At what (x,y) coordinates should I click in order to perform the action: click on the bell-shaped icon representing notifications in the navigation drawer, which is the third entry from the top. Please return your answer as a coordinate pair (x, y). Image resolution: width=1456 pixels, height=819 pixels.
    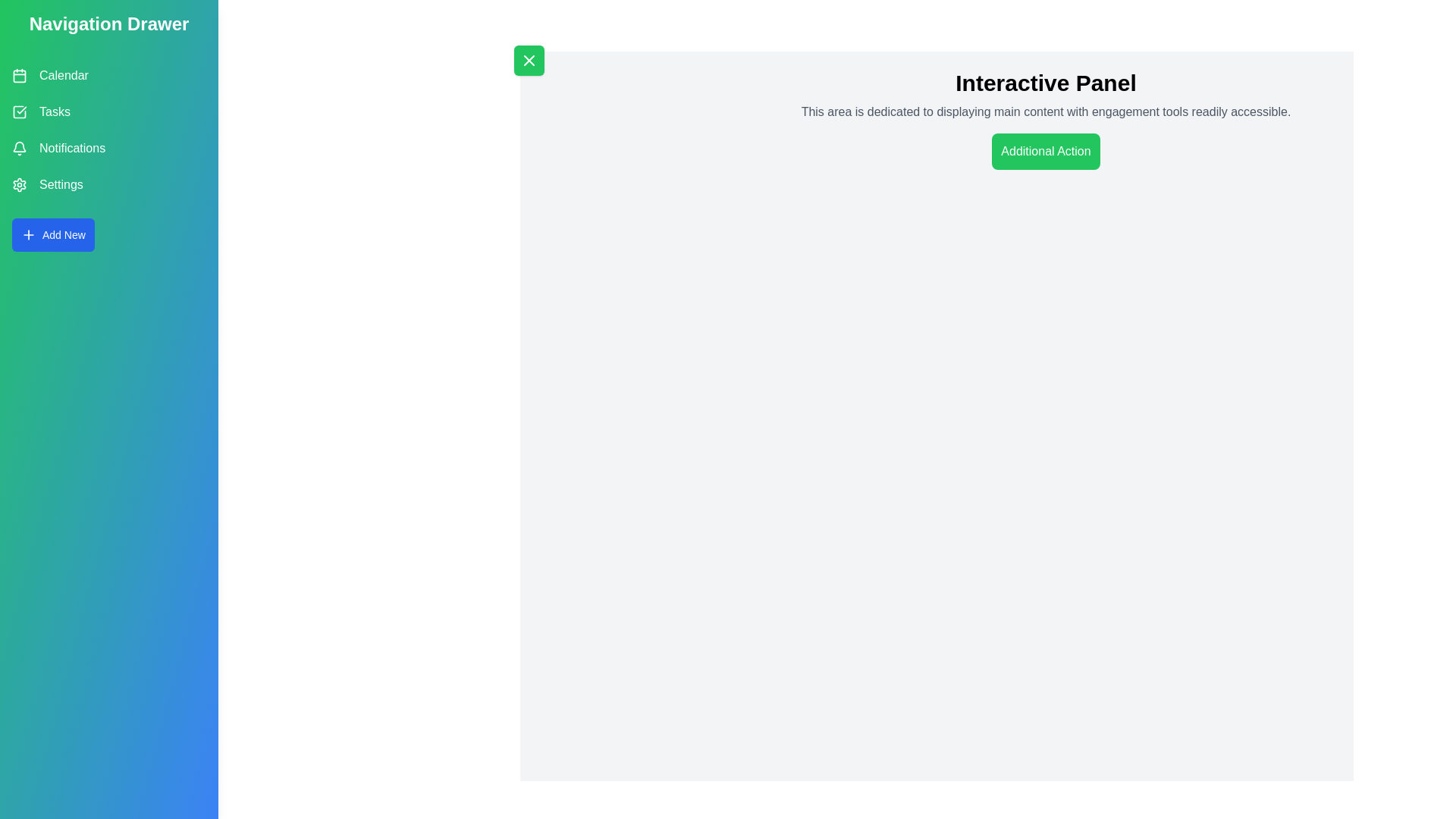
    Looking at the image, I should click on (19, 146).